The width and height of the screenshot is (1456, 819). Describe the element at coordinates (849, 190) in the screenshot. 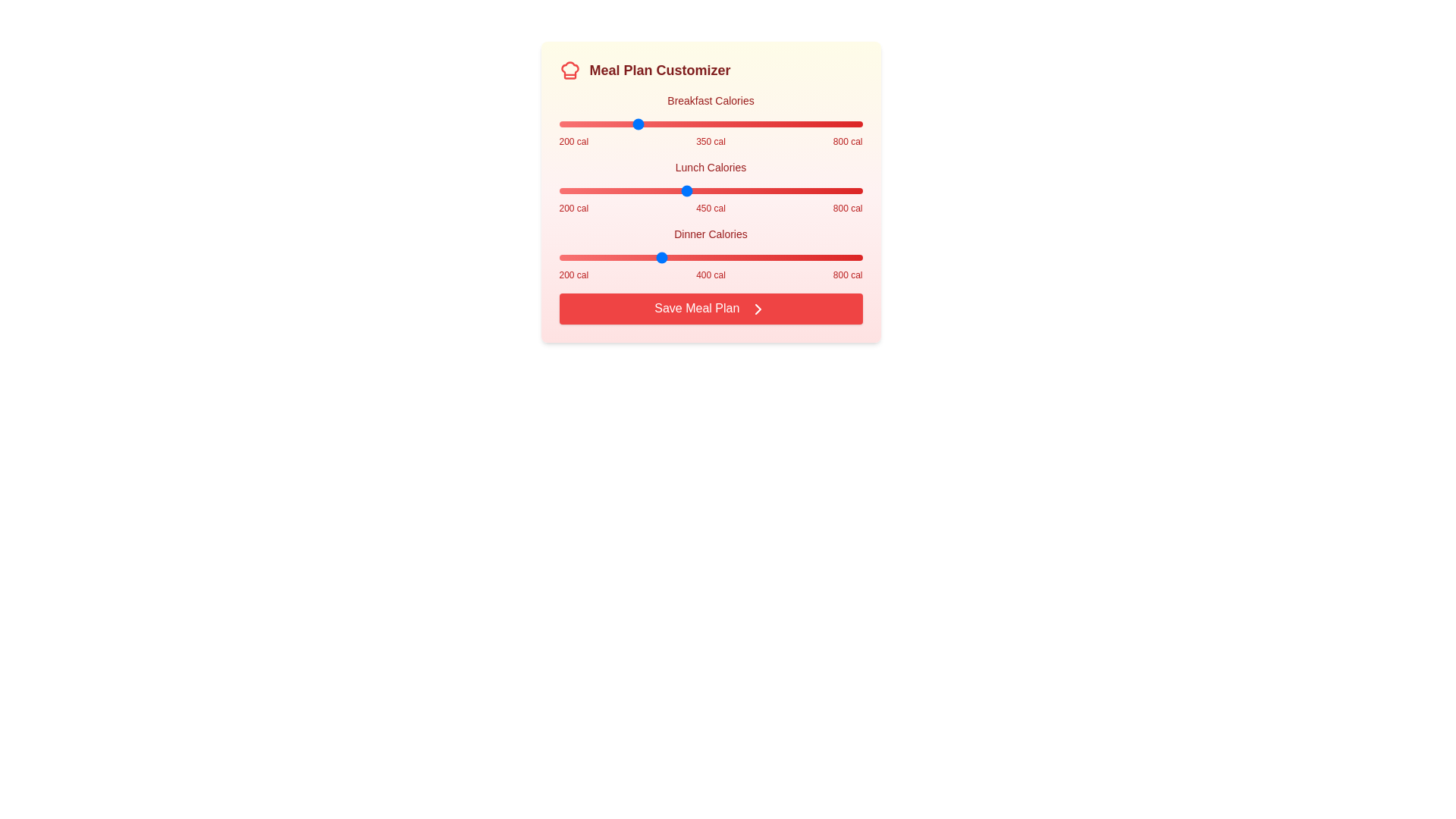

I see `the lunch calorie slider to 774 calories` at that location.